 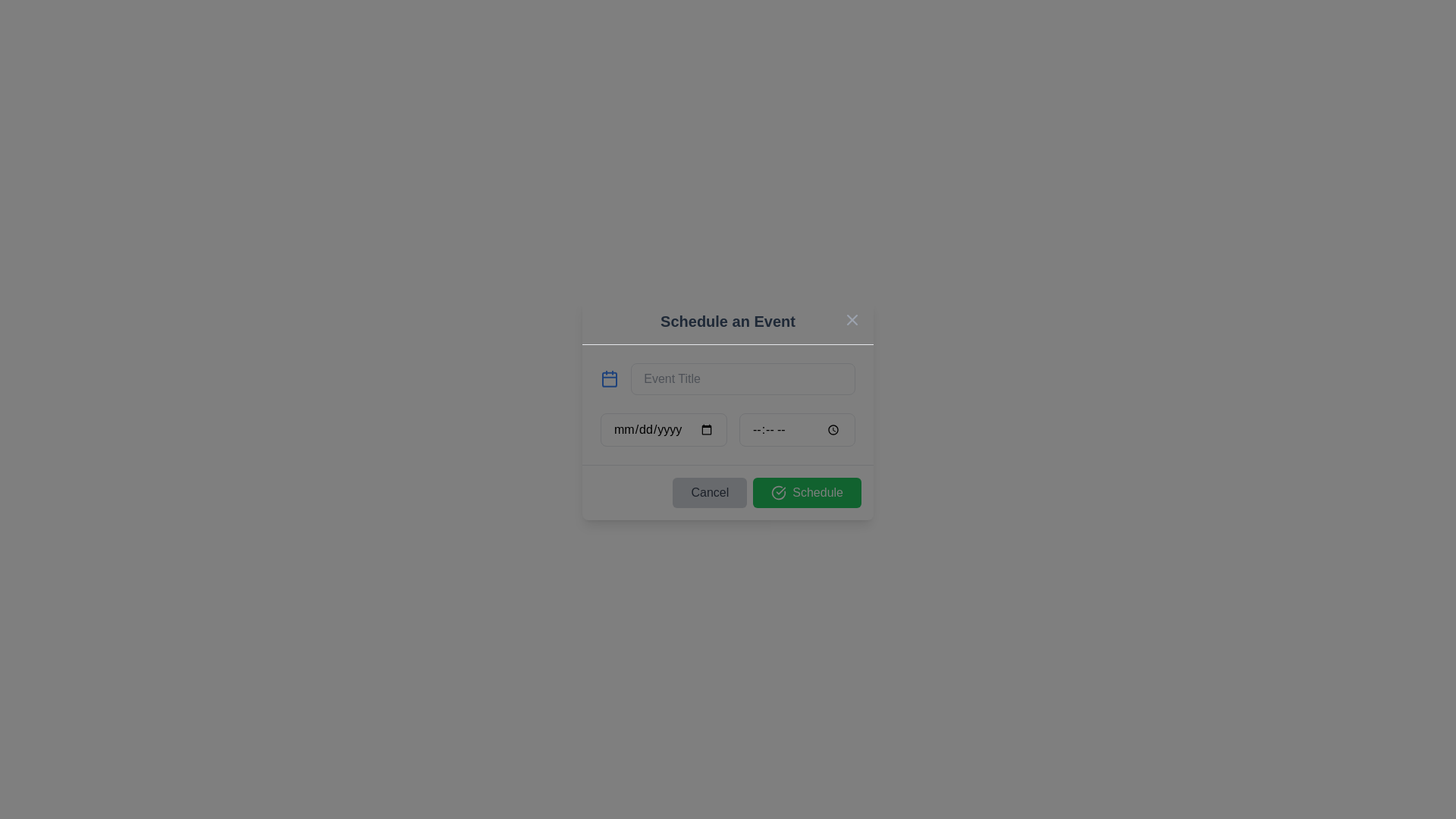 What do you see at coordinates (728, 321) in the screenshot?
I see `header text located at the uppermost part of the modal, which serves as the title or context for the modal's content` at bounding box center [728, 321].